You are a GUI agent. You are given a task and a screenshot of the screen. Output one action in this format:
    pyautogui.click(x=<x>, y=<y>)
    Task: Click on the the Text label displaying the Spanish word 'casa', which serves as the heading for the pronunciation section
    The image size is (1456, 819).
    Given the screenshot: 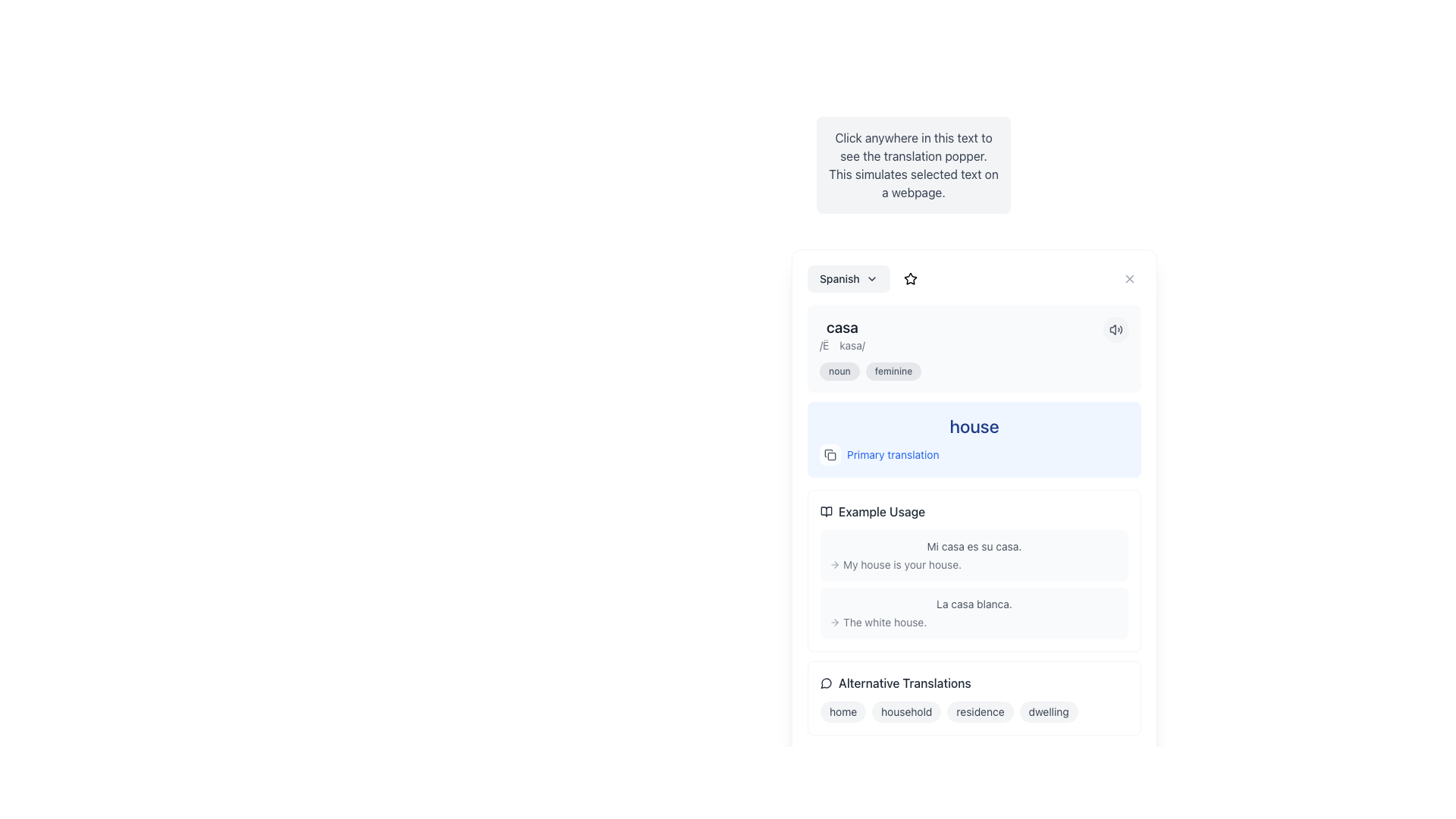 What is the action you would take?
    pyautogui.click(x=841, y=327)
    